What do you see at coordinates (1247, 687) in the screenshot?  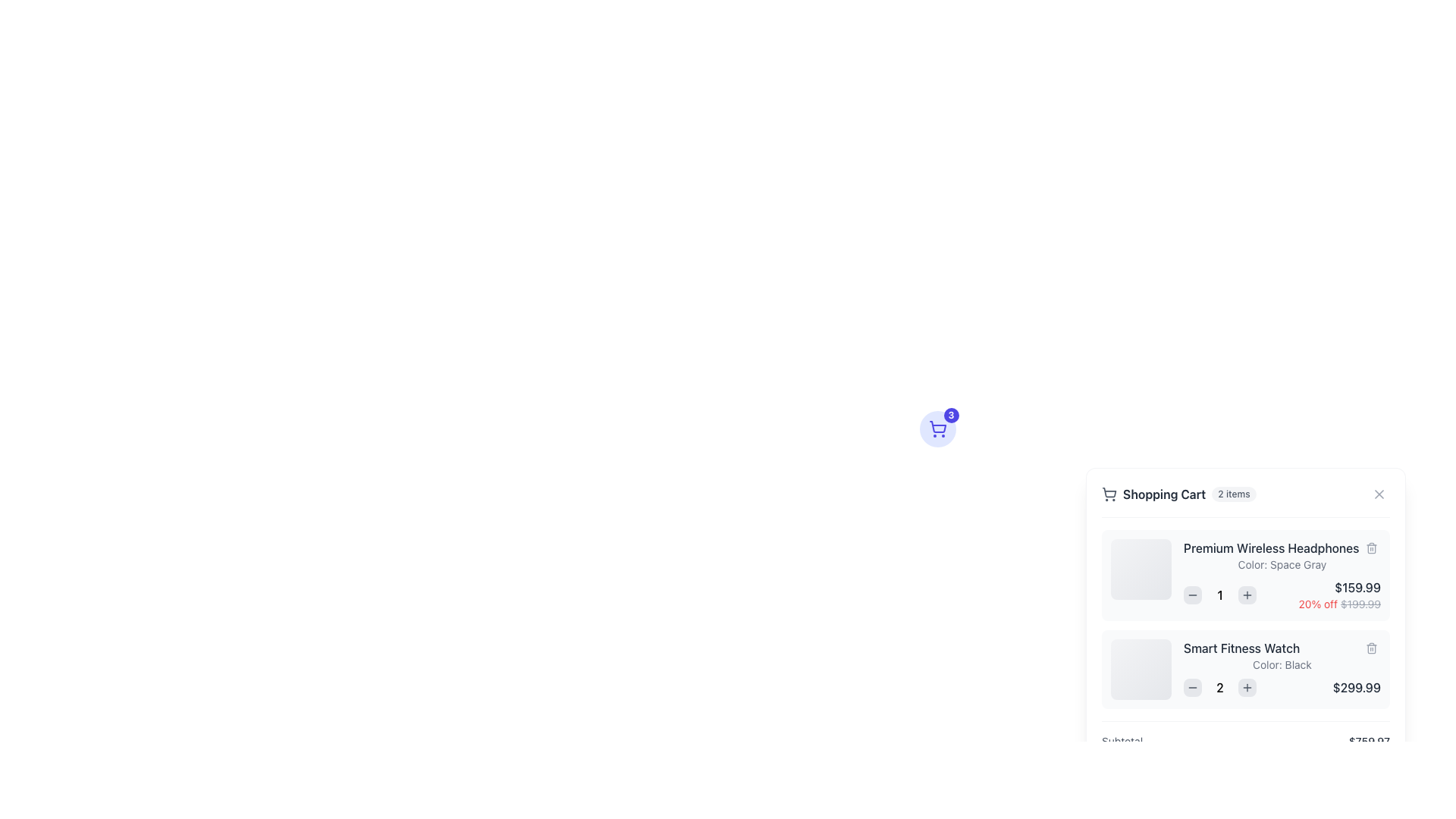 I see `the increment button to increase the quantity of the 'Smart Fitness Watch' item in the shopping cart interface, which is located to the immediate right of the displayed quantity '2'` at bounding box center [1247, 687].